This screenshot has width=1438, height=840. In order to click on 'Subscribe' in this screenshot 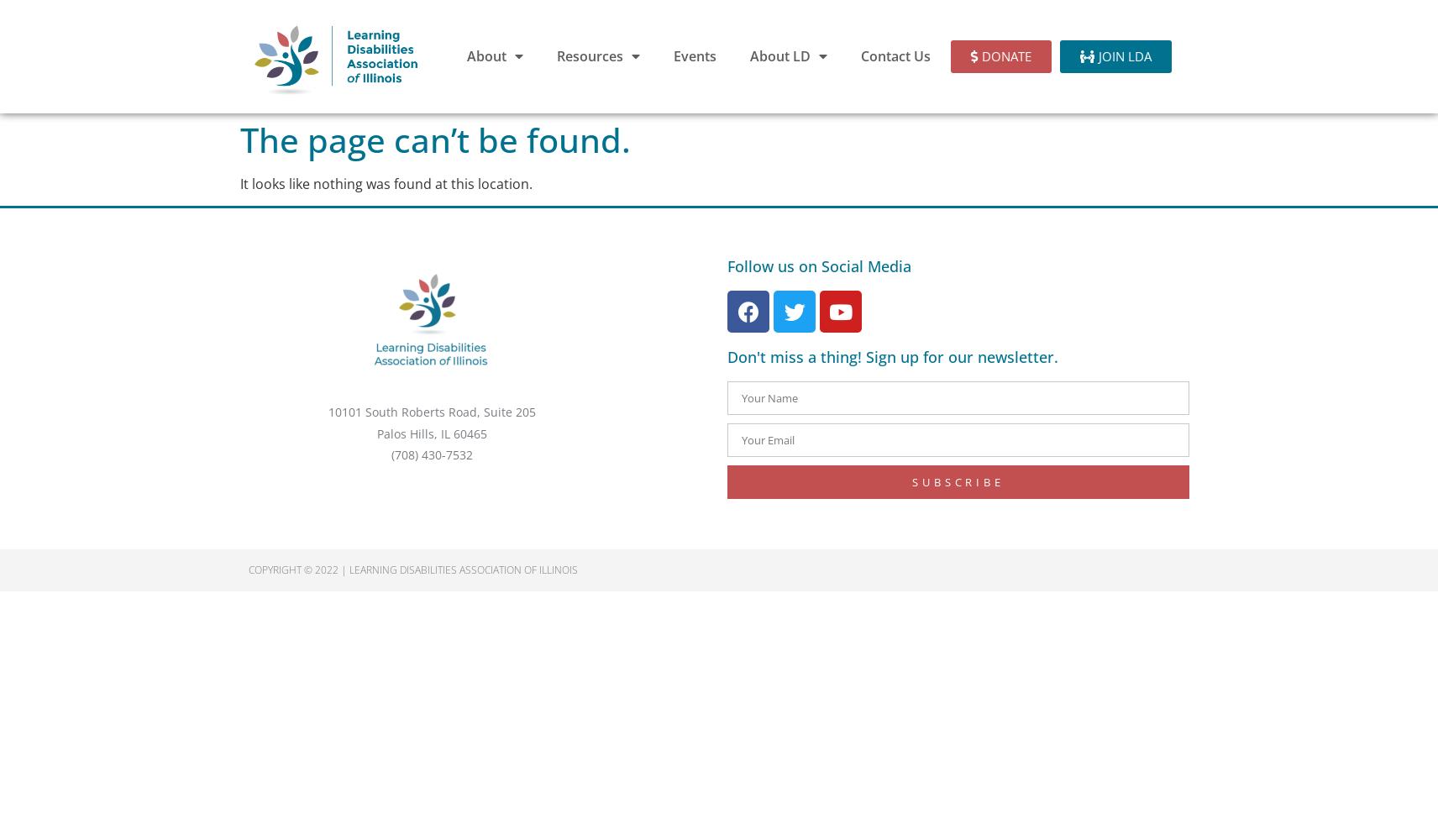, I will do `click(958, 480)`.